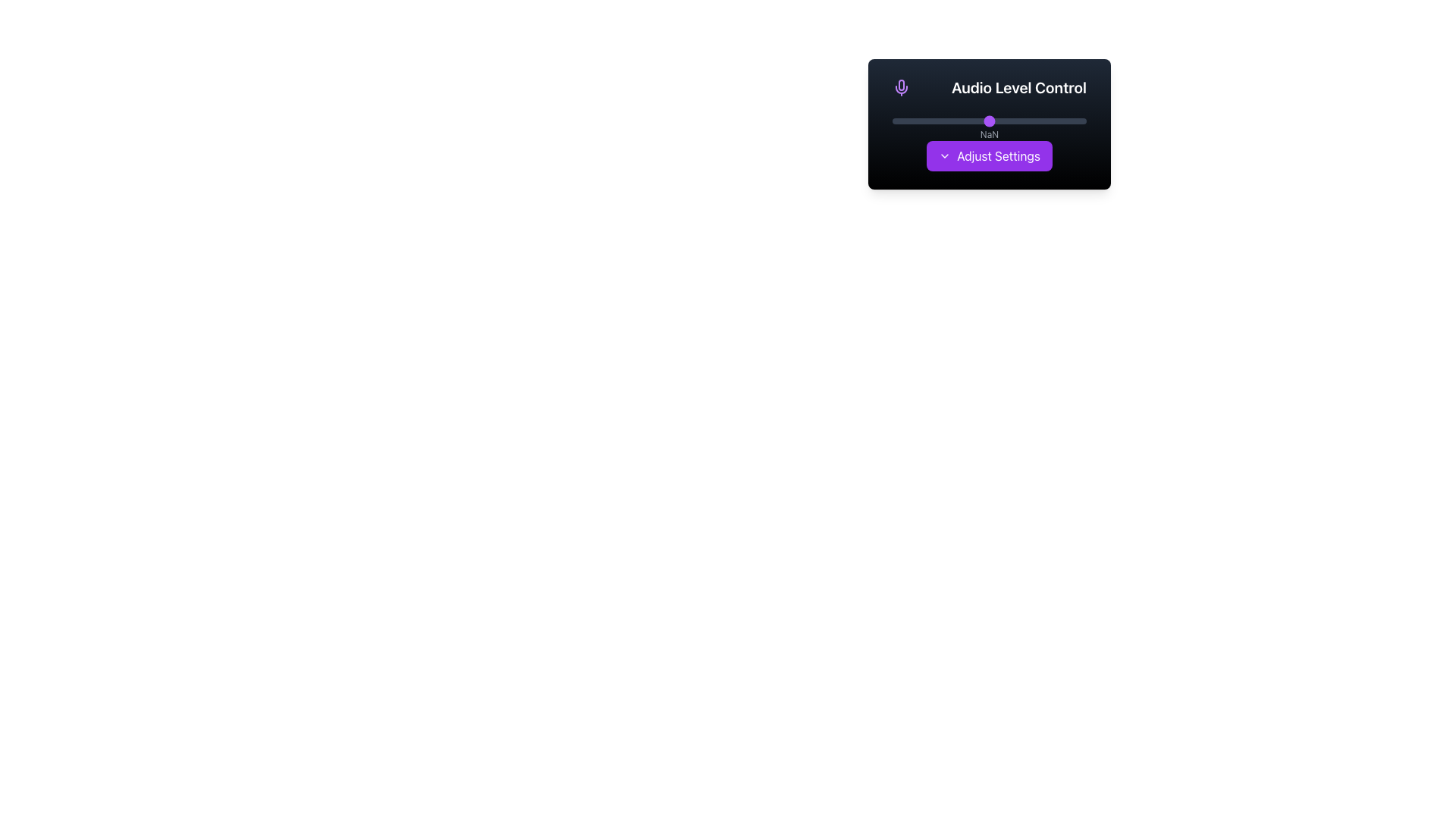  I want to click on the slider value, so click(1068, 120).